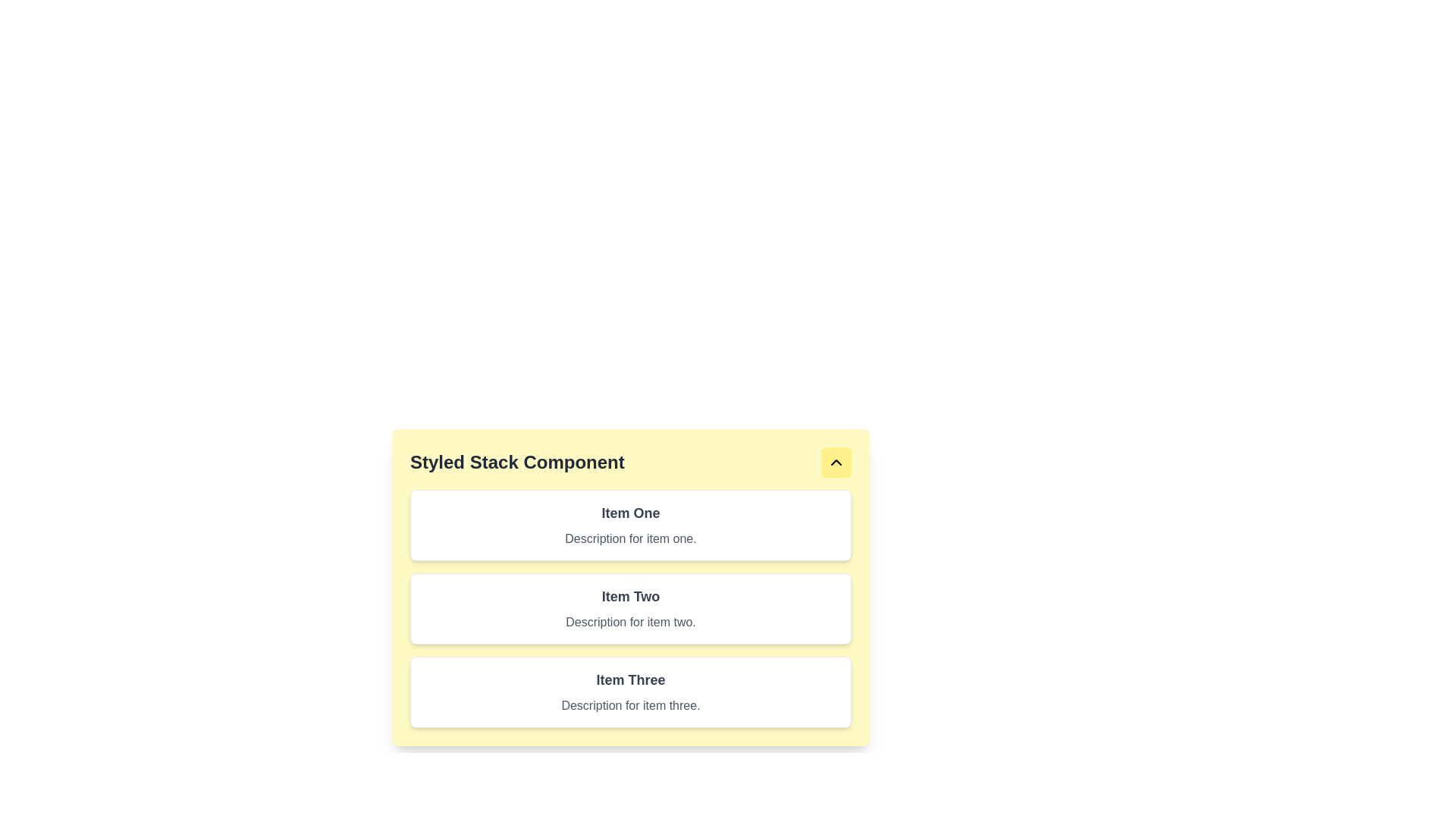  I want to click on the static text label that provides supplementary information below the 'Item One' heading in the card component, so click(630, 538).